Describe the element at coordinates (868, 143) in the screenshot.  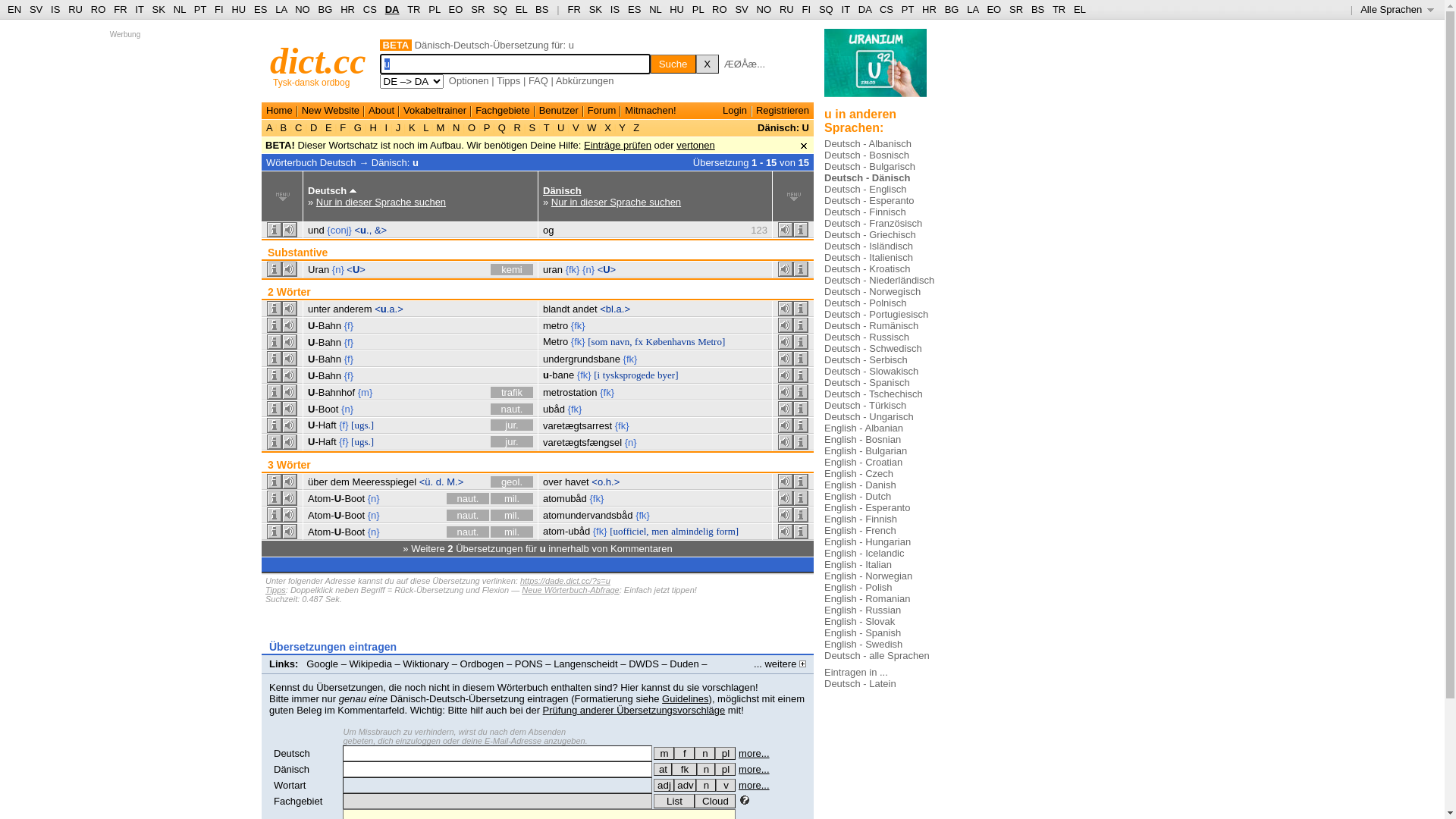
I see `'Deutsch - Albanisch'` at that location.